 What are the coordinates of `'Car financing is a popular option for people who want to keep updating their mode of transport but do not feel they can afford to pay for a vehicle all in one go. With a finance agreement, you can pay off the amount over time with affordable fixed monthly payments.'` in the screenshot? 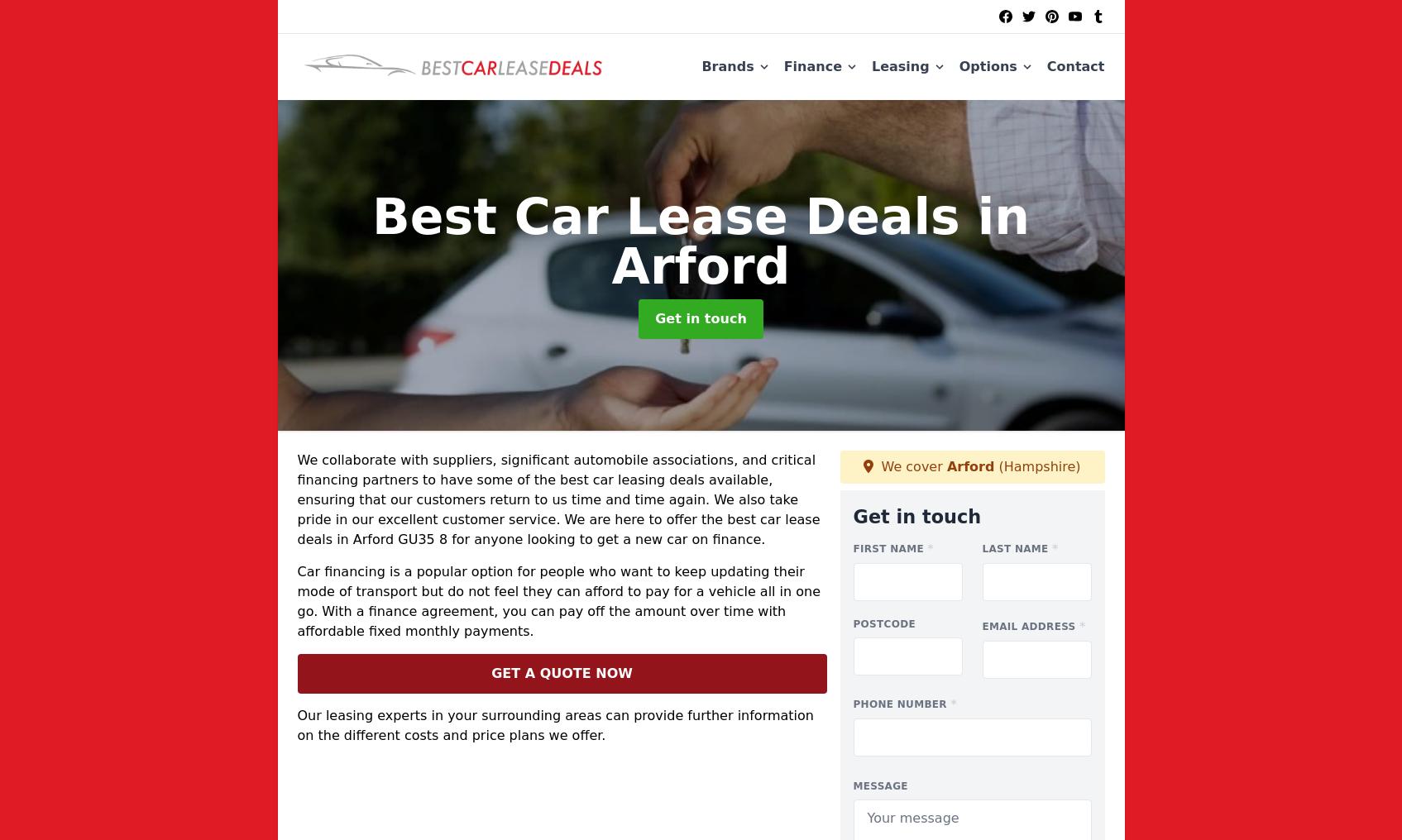 It's located at (558, 600).